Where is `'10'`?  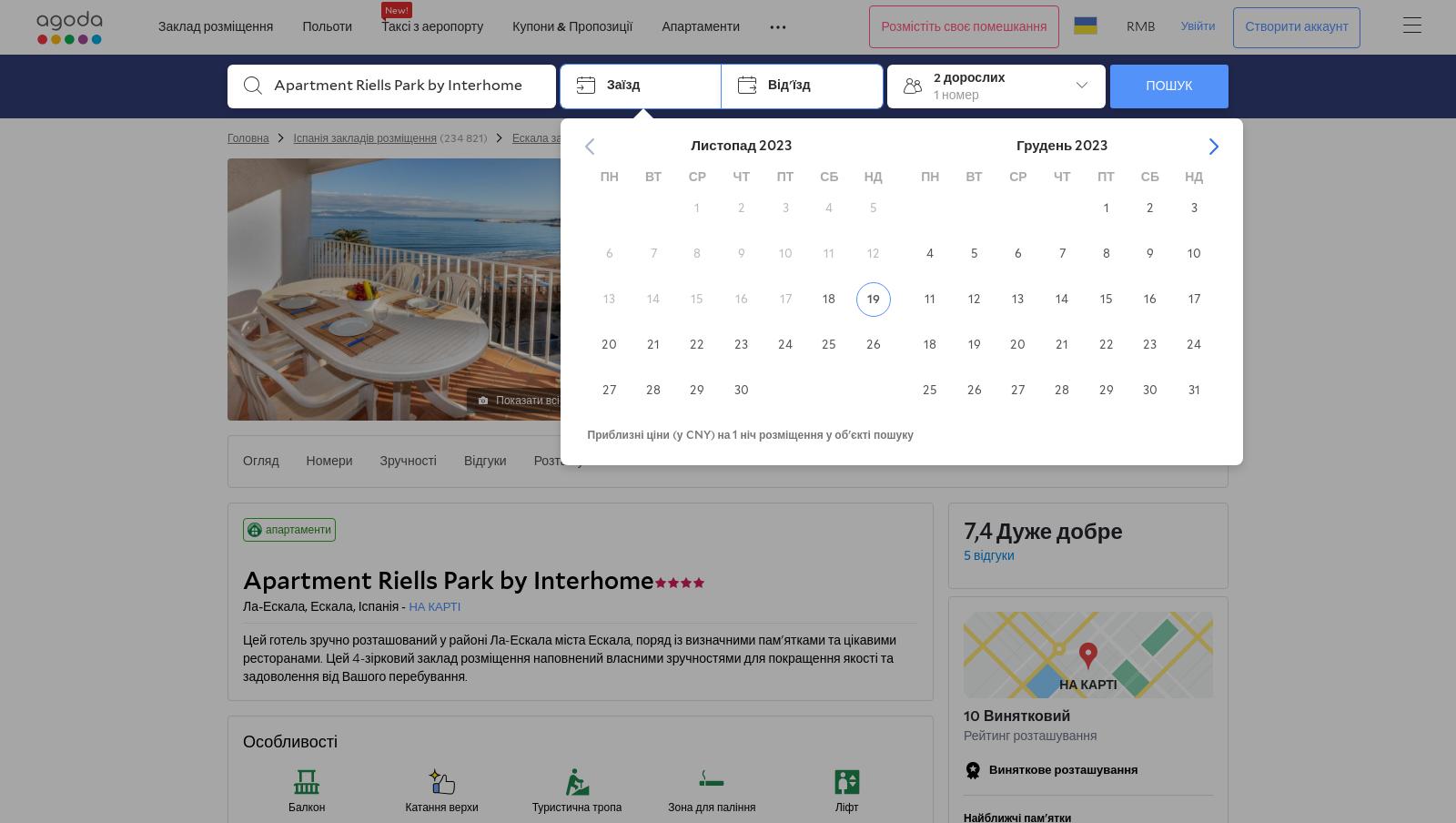
'10' is located at coordinates (972, 716).